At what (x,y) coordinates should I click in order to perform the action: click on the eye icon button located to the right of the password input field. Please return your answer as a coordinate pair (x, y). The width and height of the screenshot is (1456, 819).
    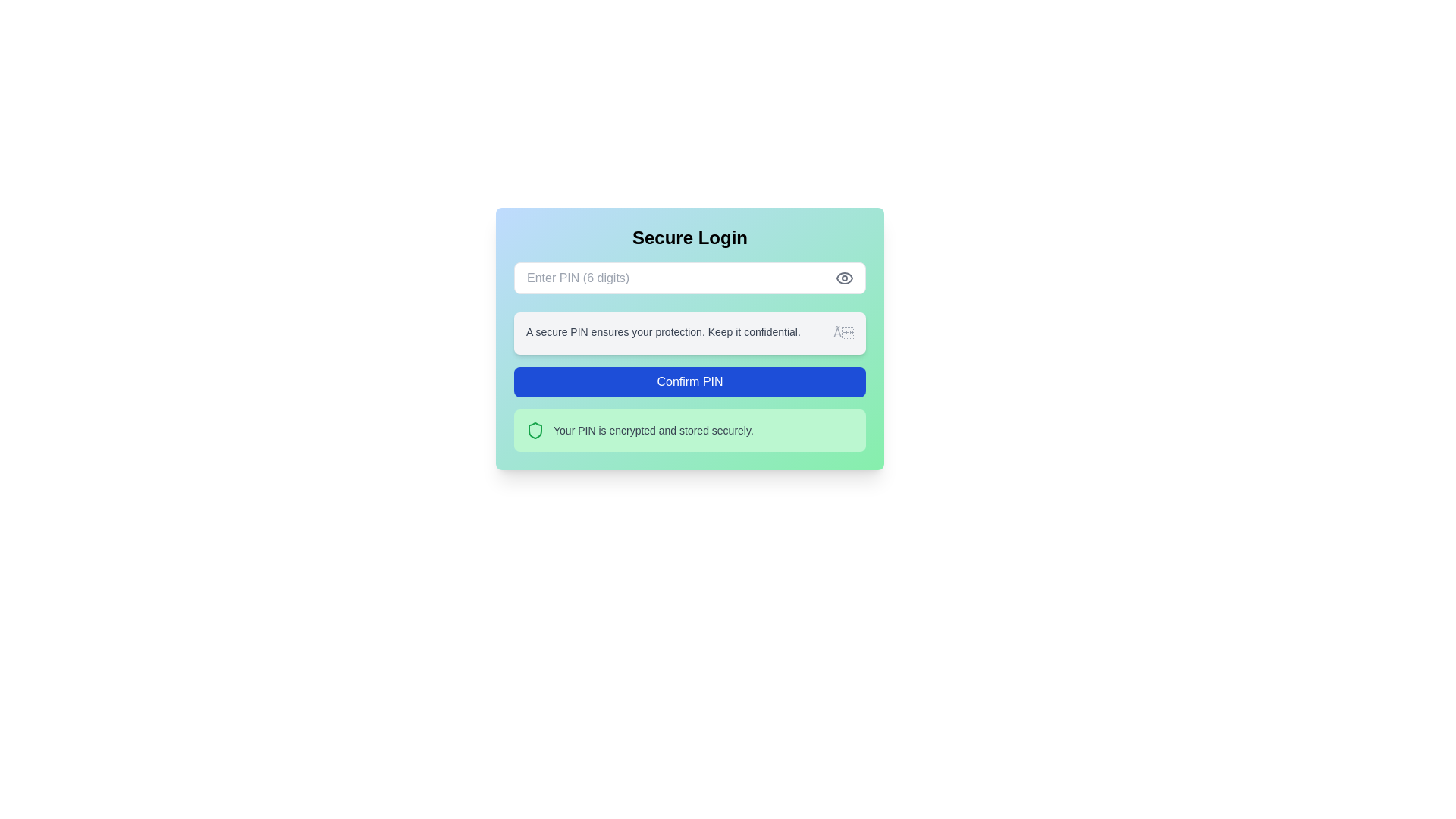
    Looking at the image, I should click on (843, 278).